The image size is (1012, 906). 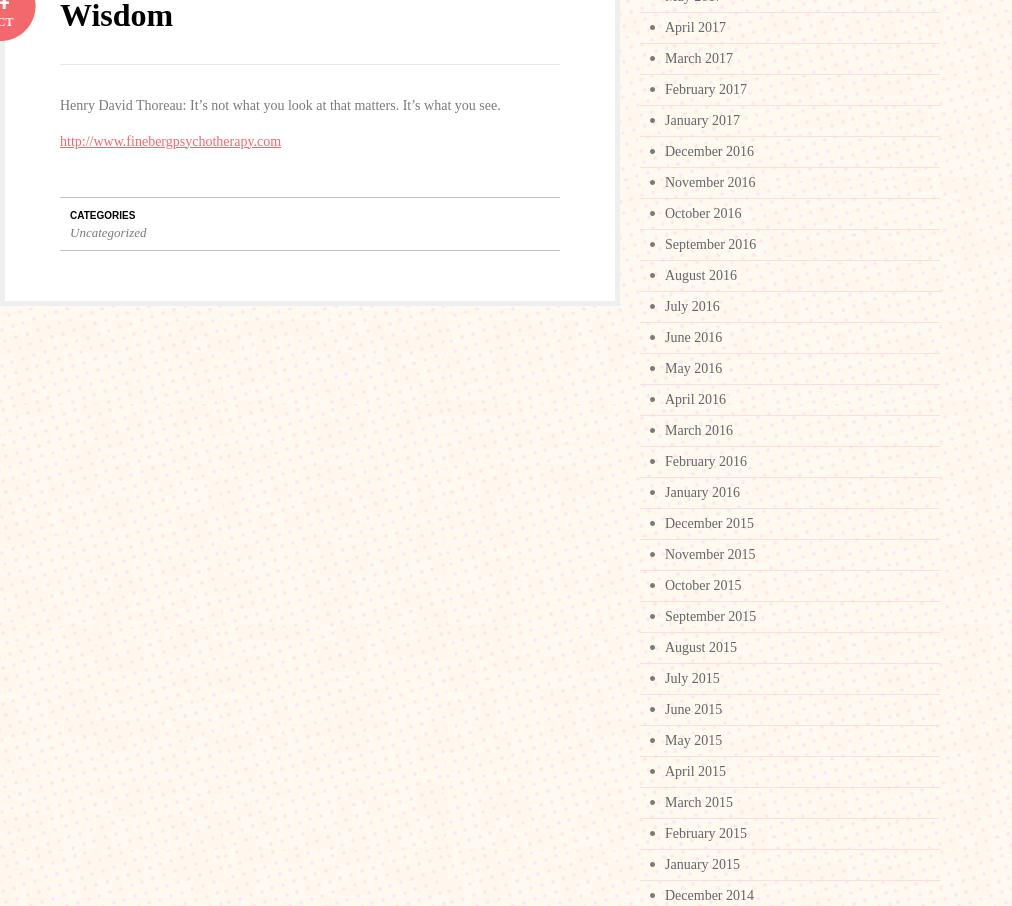 What do you see at coordinates (698, 802) in the screenshot?
I see `'March 2015'` at bounding box center [698, 802].